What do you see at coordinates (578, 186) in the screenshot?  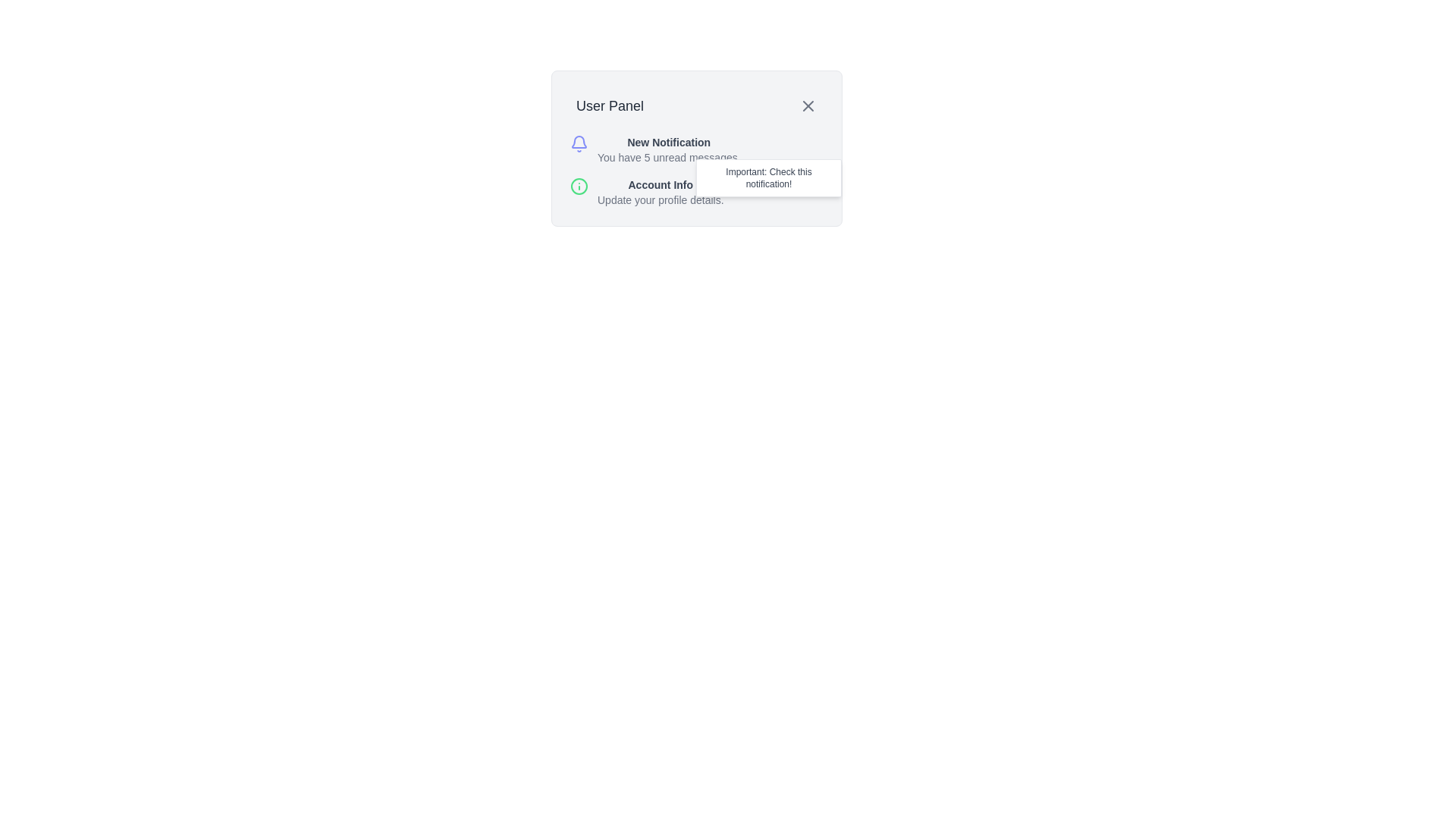 I see `the circular green information icon located to the left of the 'Account Info' text within the 'User Panel'` at bounding box center [578, 186].